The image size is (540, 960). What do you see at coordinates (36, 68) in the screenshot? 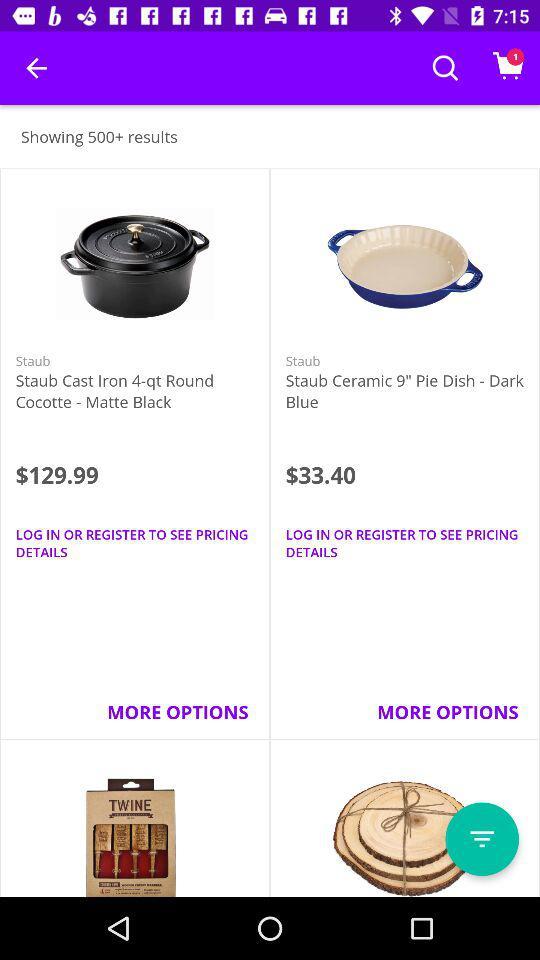
I see `item above showing 500+ results icon` at bounding box center [36, 68].